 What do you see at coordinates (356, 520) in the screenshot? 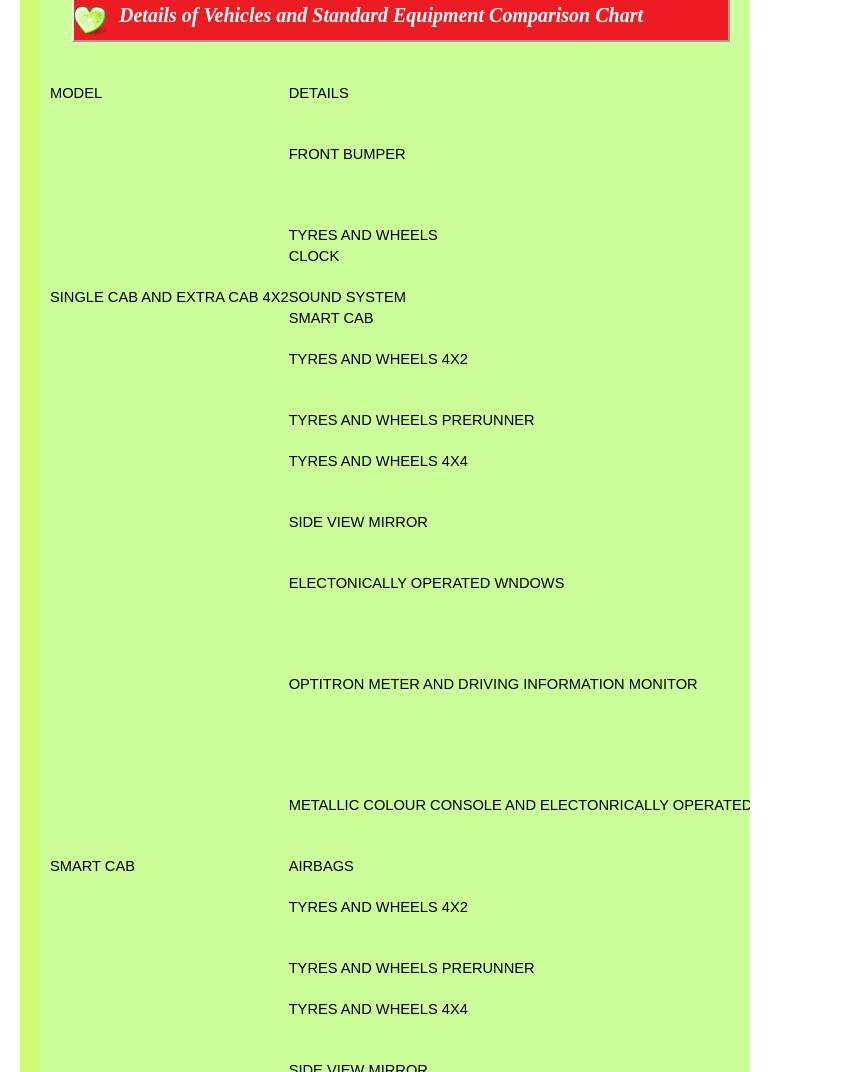
I see `'SIDE 
							   VIEW MIRROR'` at bounding box center [356, 520].